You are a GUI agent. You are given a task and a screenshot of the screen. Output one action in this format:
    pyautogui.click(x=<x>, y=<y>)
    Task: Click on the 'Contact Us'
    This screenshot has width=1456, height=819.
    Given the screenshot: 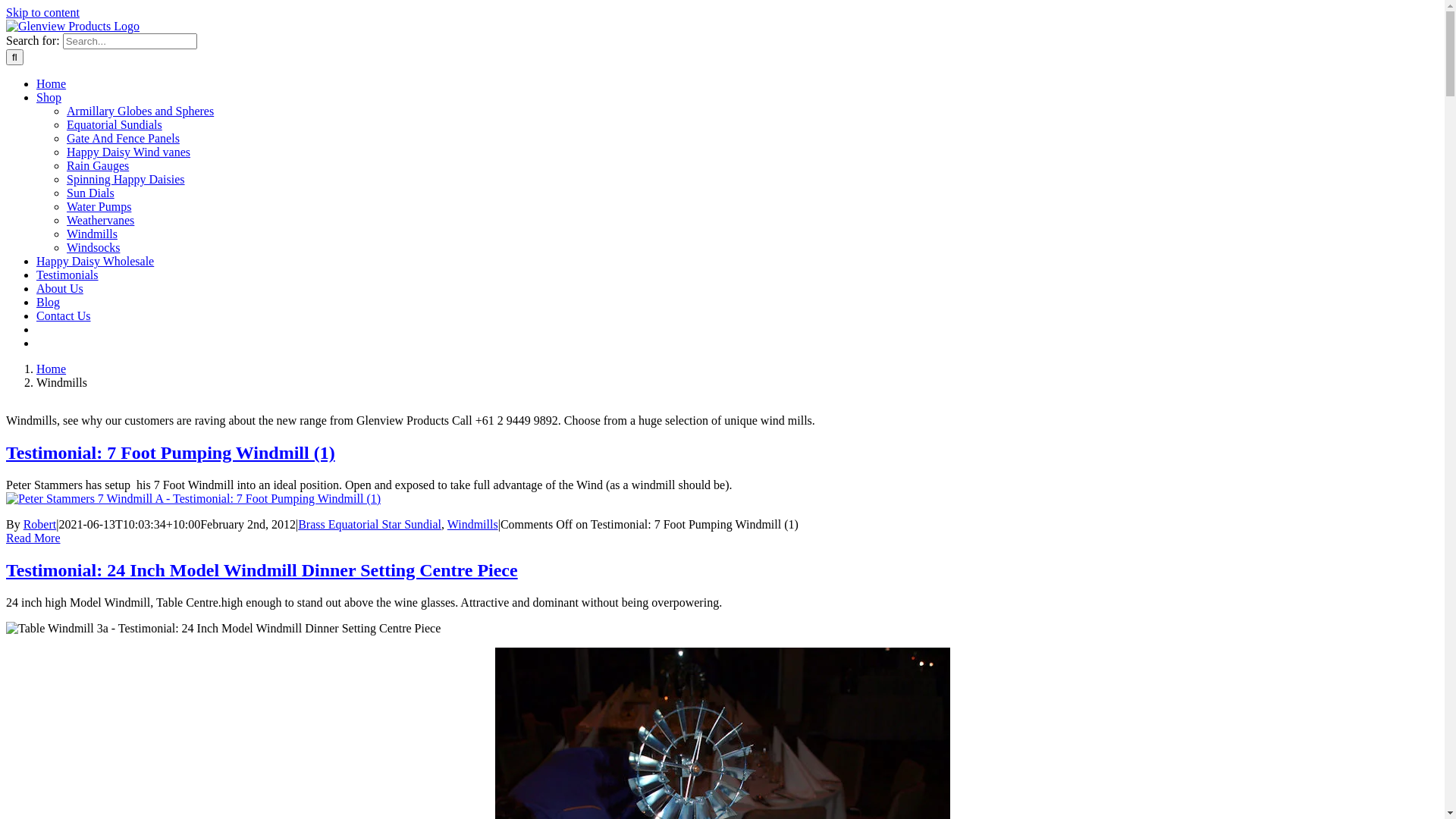 What is the action you would take?
    pyautogui.click(x=62, y=315)
    